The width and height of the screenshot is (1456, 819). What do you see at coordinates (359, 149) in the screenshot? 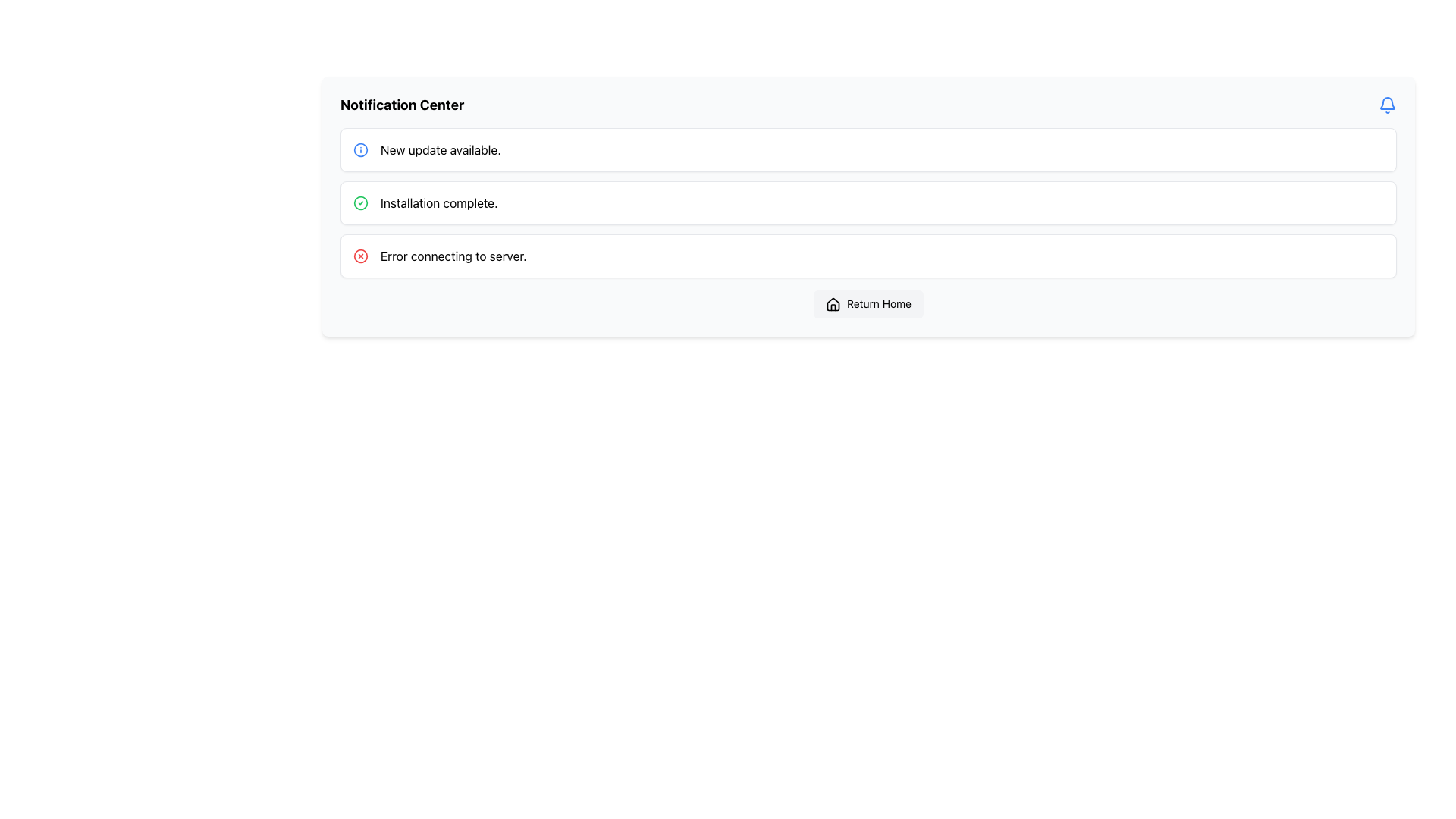
I see `the blue circular information icon located at the leftmost position of the first notification item next to the text 'New update available.'` at bounding box center [359, 149].